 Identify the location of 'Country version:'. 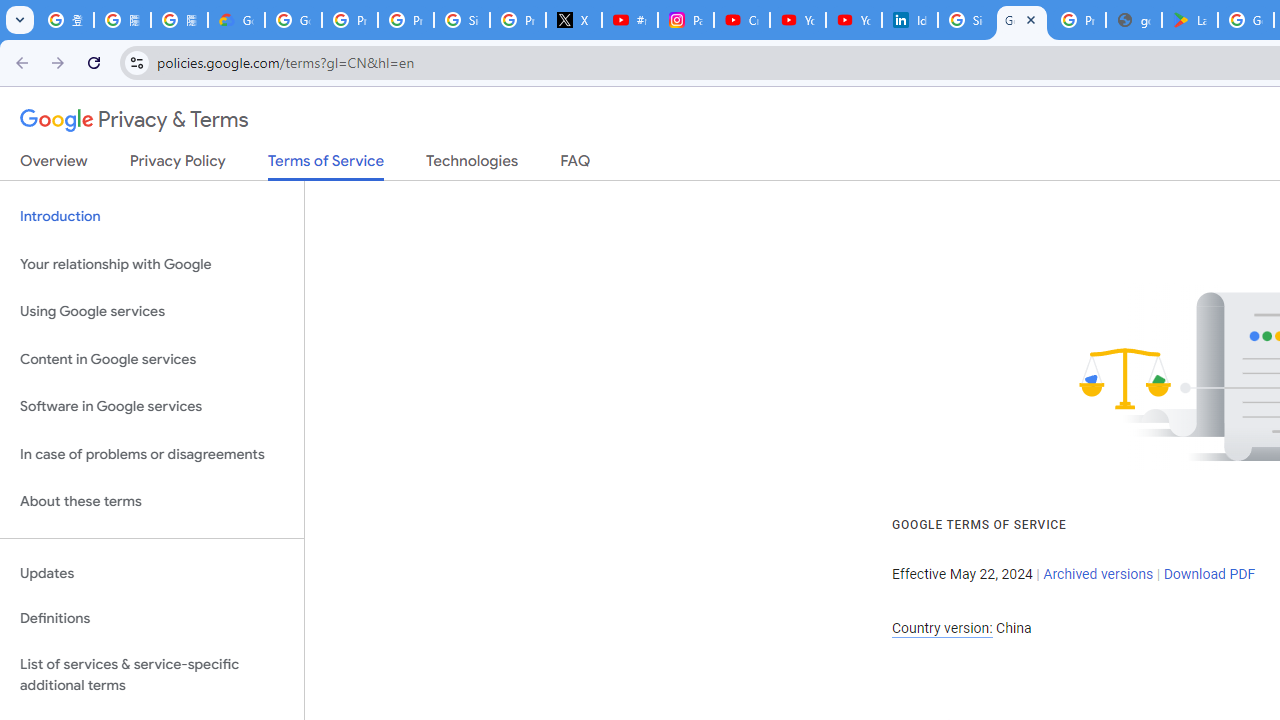
(941, 627).